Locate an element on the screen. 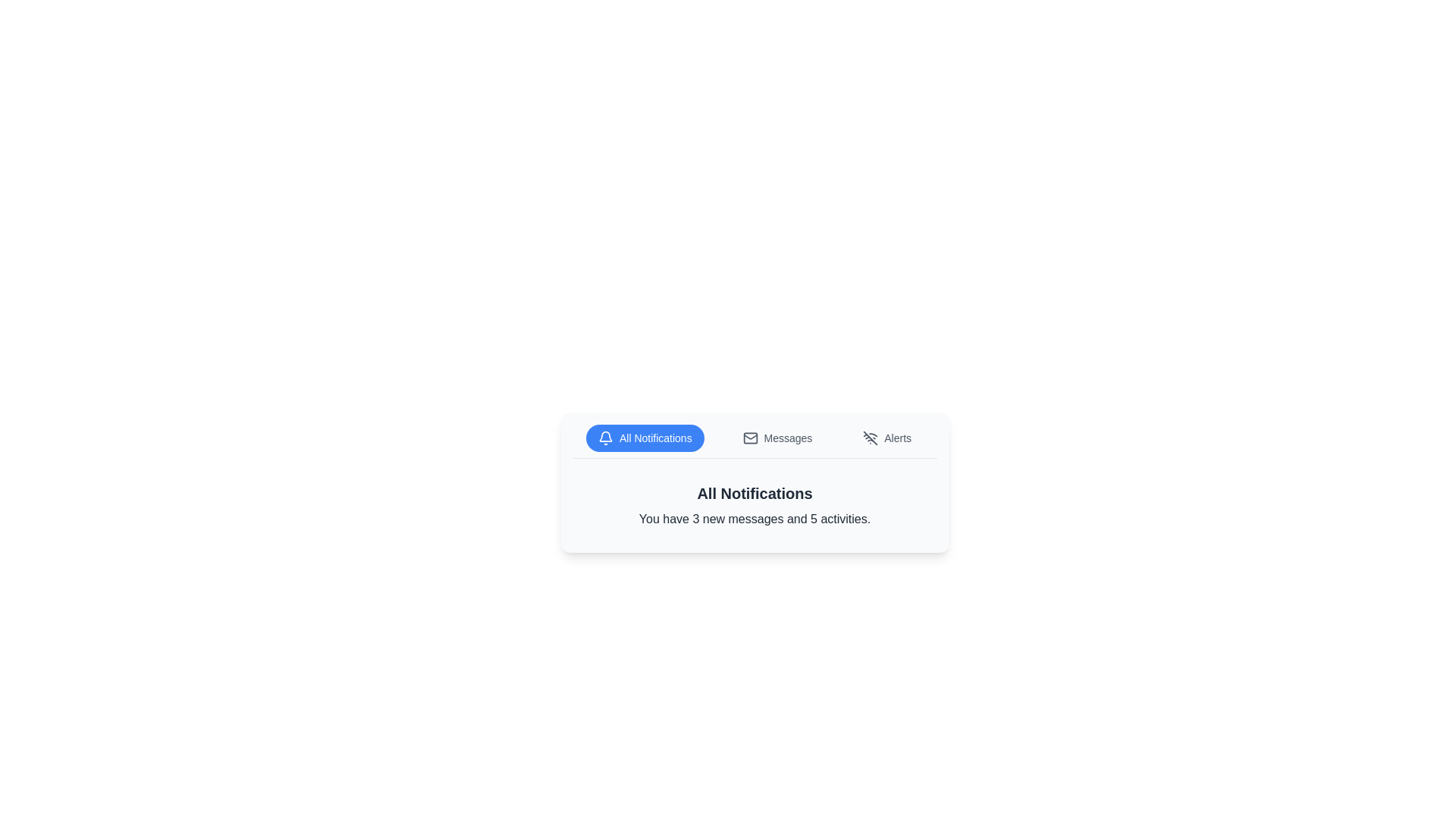  the rectangular-shaped graphic with a white background, which is part of the mail icon and positioned above the 'Messages' label is located at coordinates (750, 438).